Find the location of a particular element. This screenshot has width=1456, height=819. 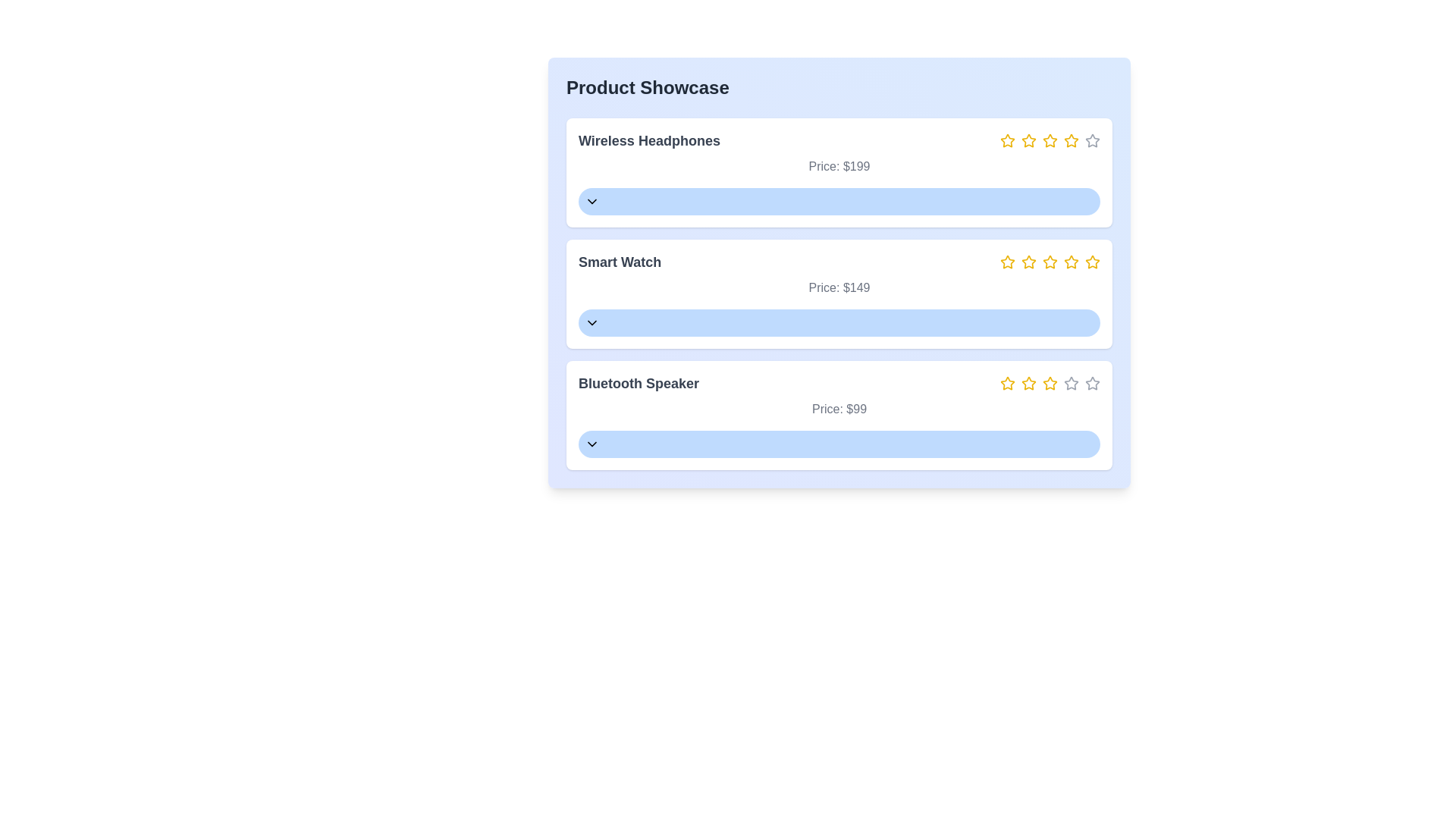

the downward-pointing chevron SVG icon located in the third product card labeled 'Bluetooth Speaker' is located at coordinates (591, 444).